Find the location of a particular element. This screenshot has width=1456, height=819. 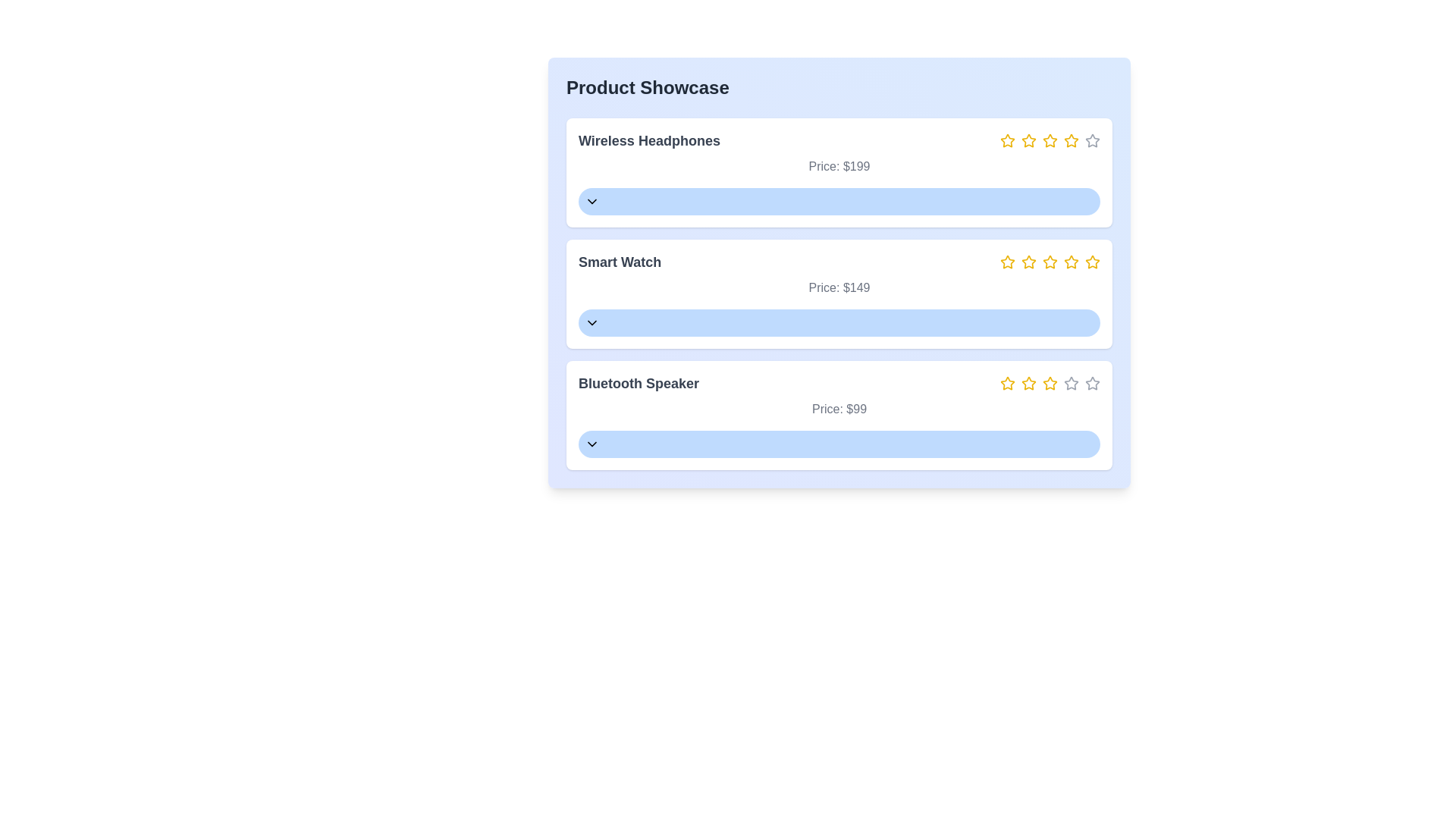

the downward-pointing chevron SVG icon located in the third product card labeled 'Bluetooth Speaker' is located at coordinates (591, 444).